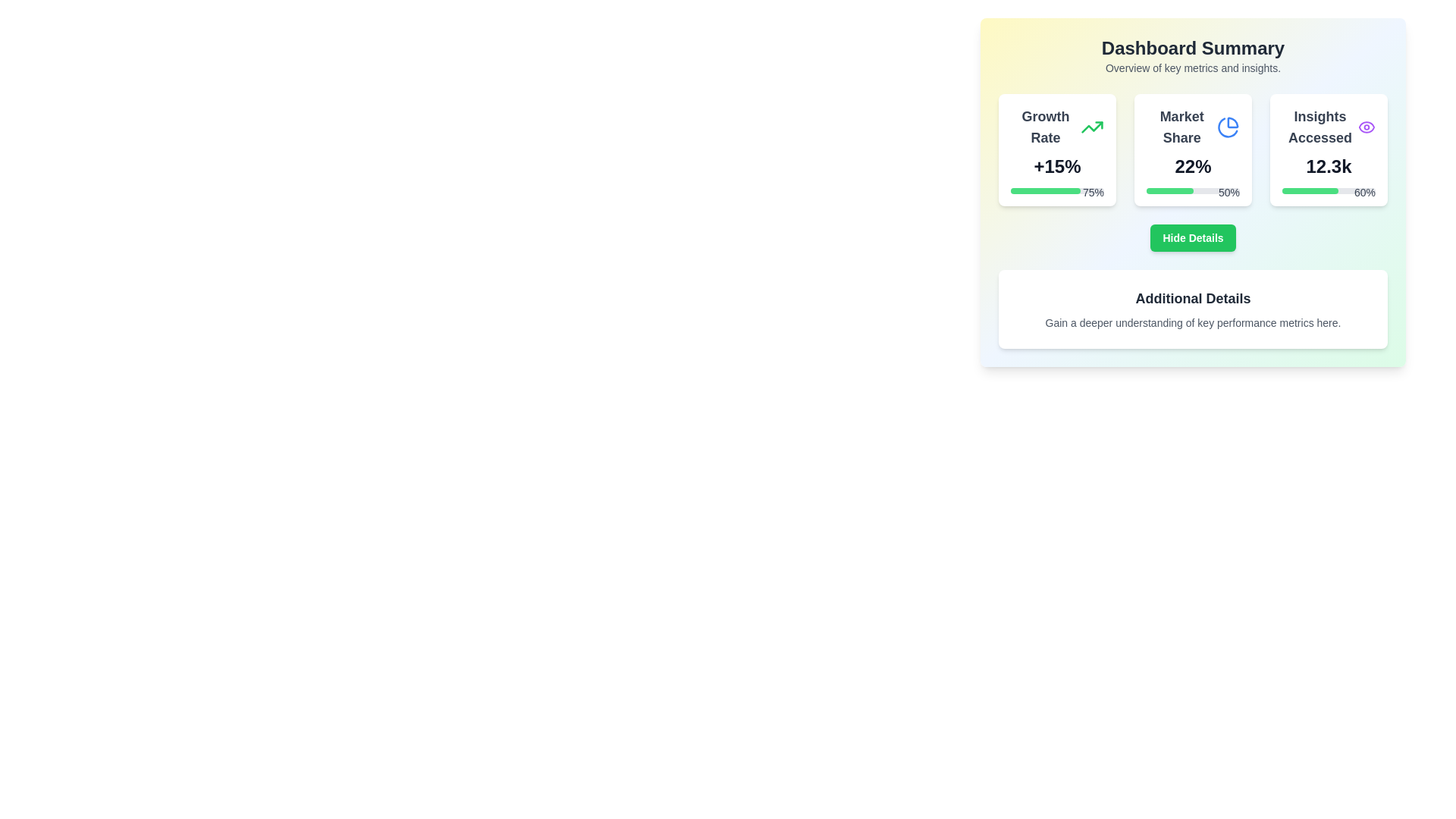  I want to click on text label that serves as the title for the market share section, positioned in the center of the dashboard between the 'Growth Rate' and 'Insights Accessed' cards, so click(1192, 127).